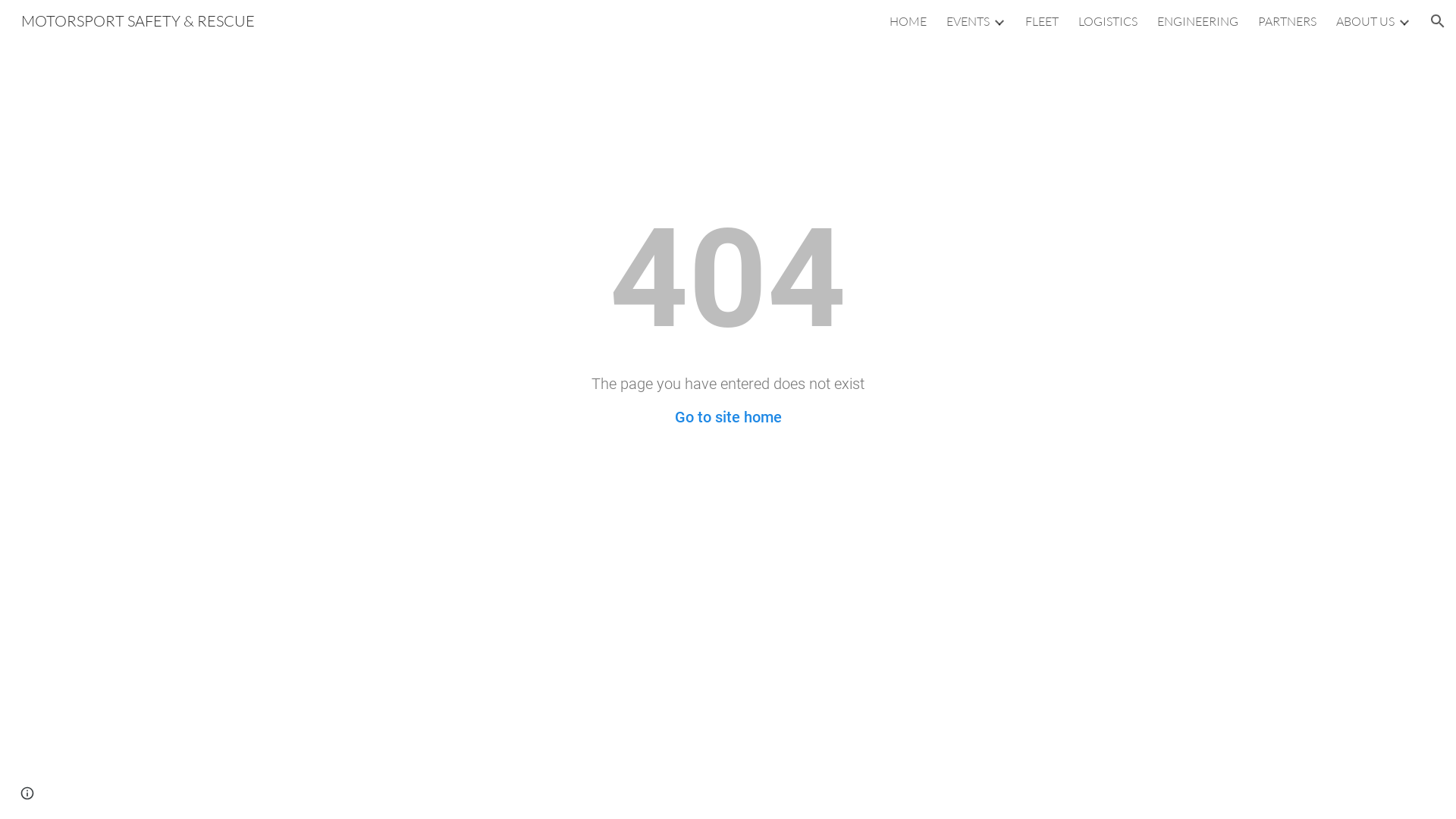 Image resolution: width=1456 pixels, height=819 pixels. Describe the element at coordinates (998, 20) in the screenshot. I see `'Expand/Collapse'` at that location.